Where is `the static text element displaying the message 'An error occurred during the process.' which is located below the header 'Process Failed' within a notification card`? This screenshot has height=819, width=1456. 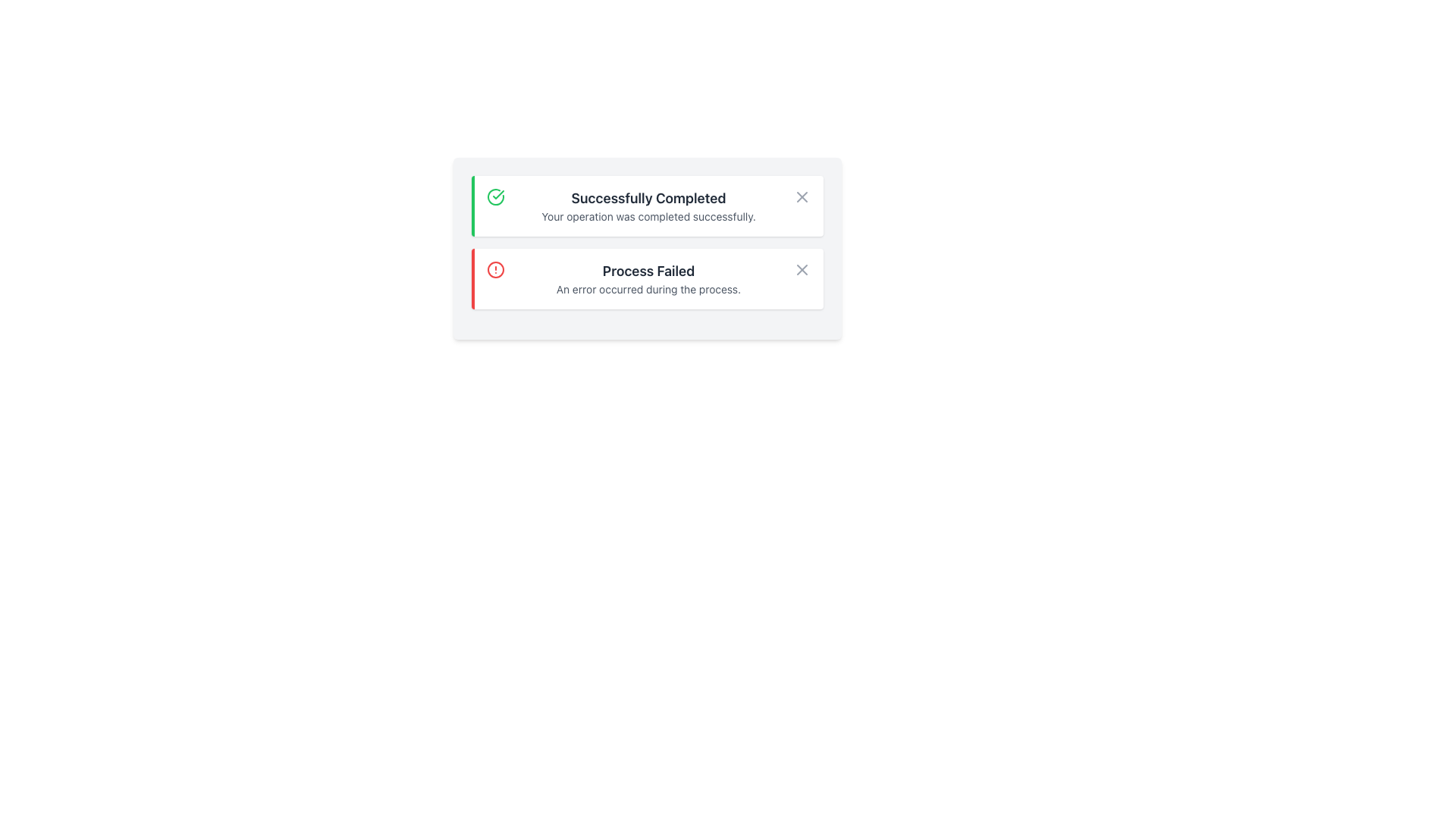 the static text element displaying the message 'An error occurred during the process.' which is located below the header 'Process Failed' within a notification card is located at coordinates (648, 289).